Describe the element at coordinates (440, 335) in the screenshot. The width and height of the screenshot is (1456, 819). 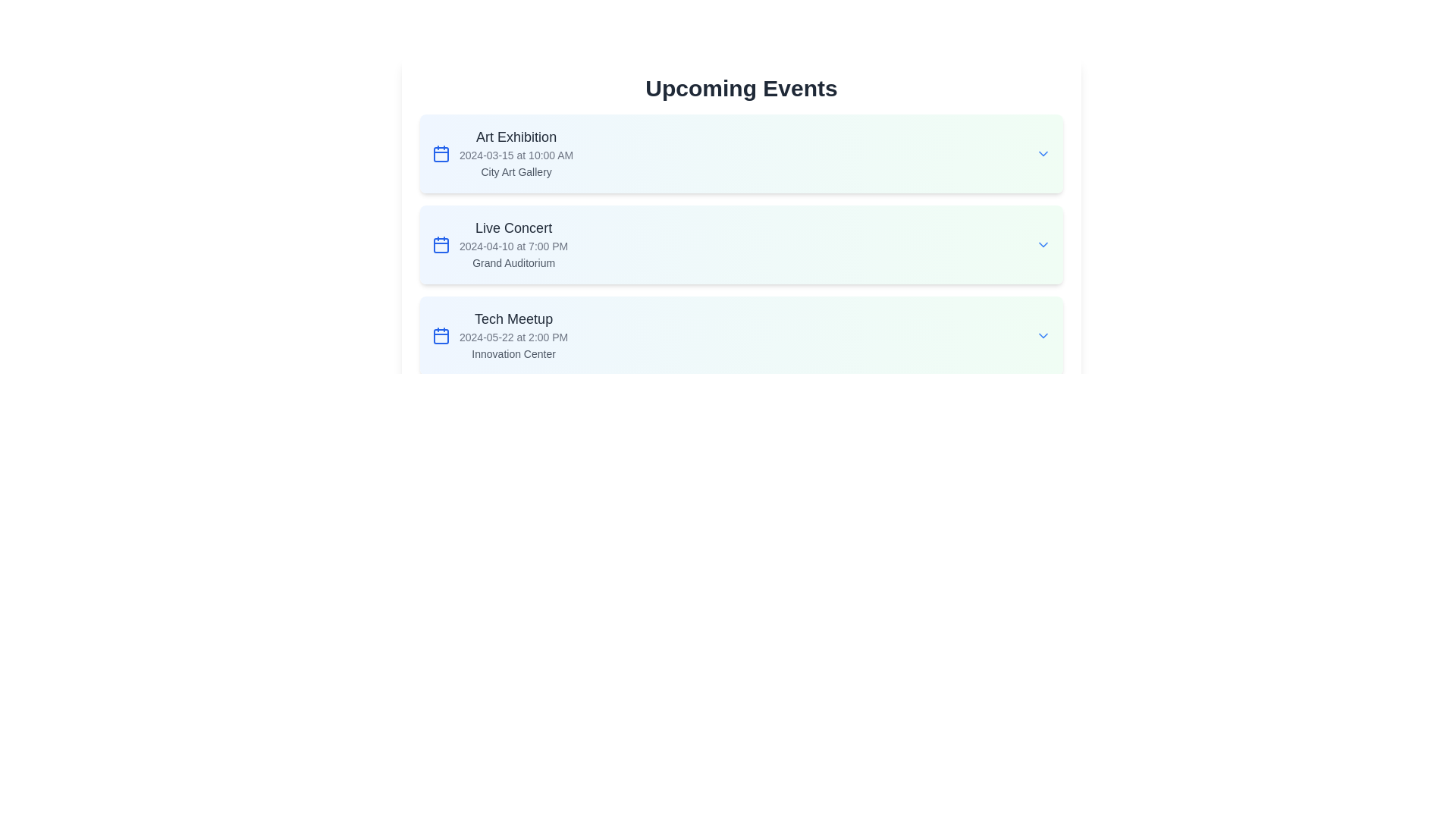
I see `the rounded rectangle background of the calendar icon located on the left side of the 'Tech Meetup' entry in the 'Upcoming Events' list` at that location.